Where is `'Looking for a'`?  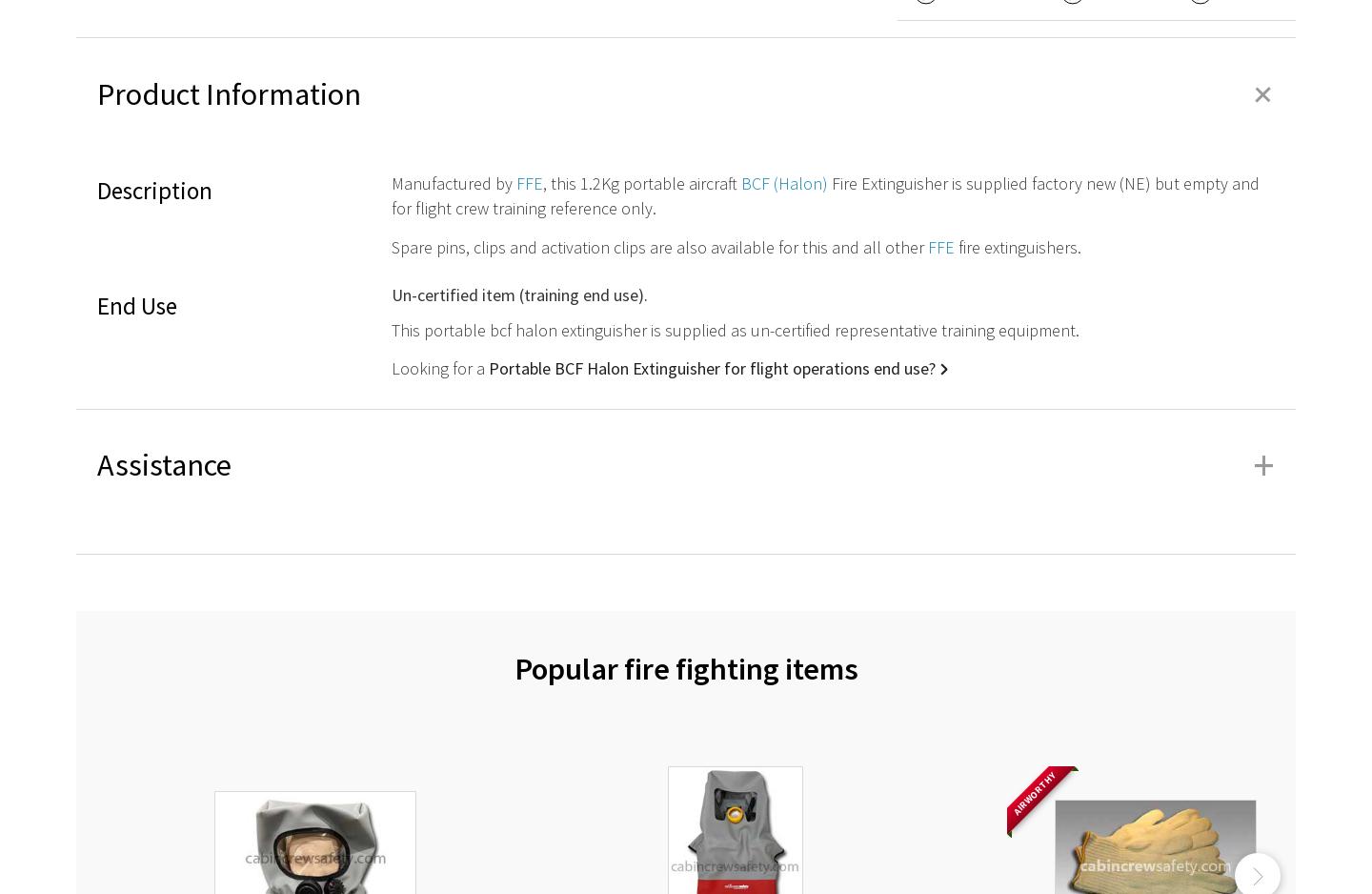
'Looking for a' is located at coordinates (439, 367).